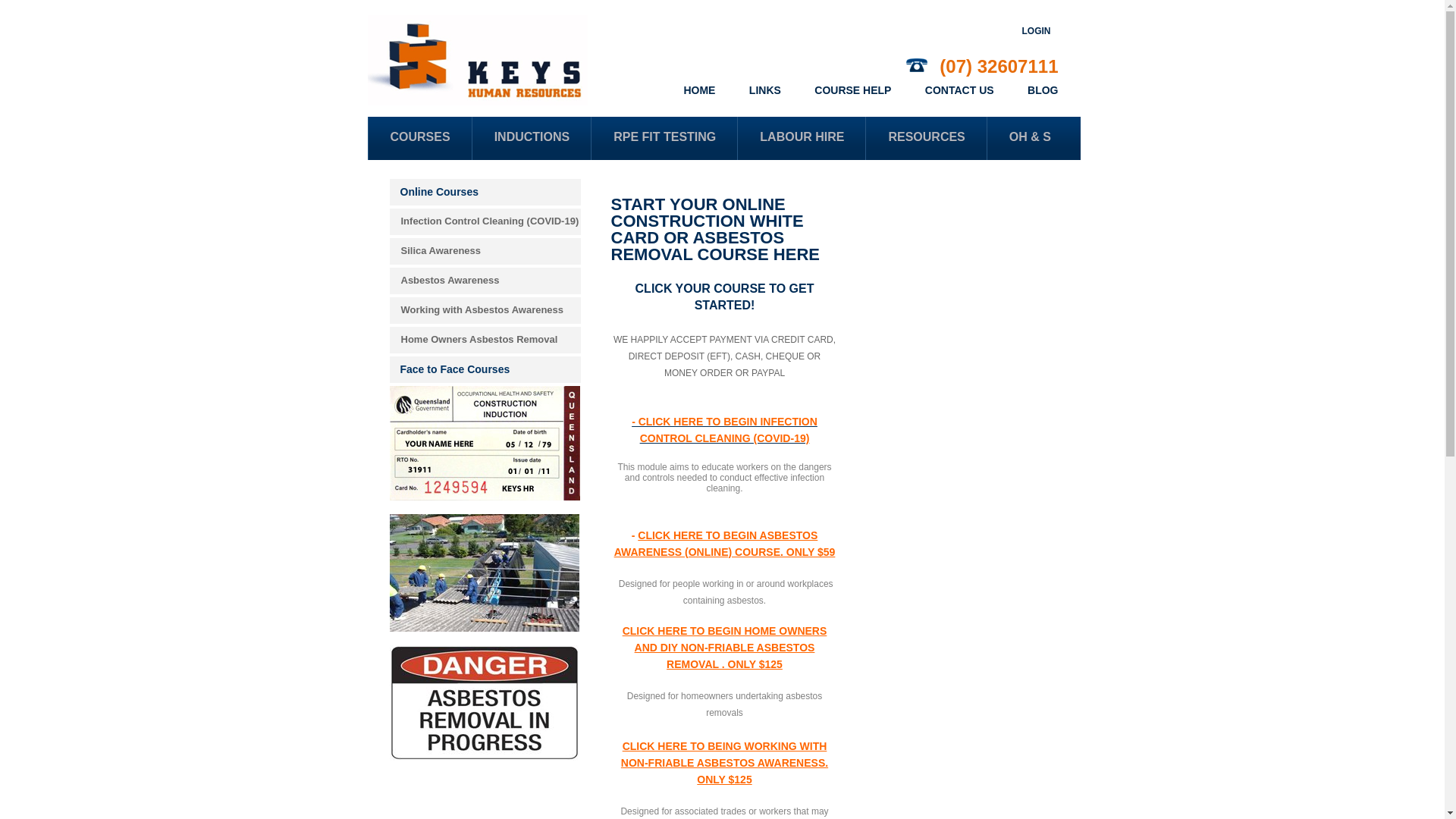  I want to click on 'BLOG', so click(1041, 90).